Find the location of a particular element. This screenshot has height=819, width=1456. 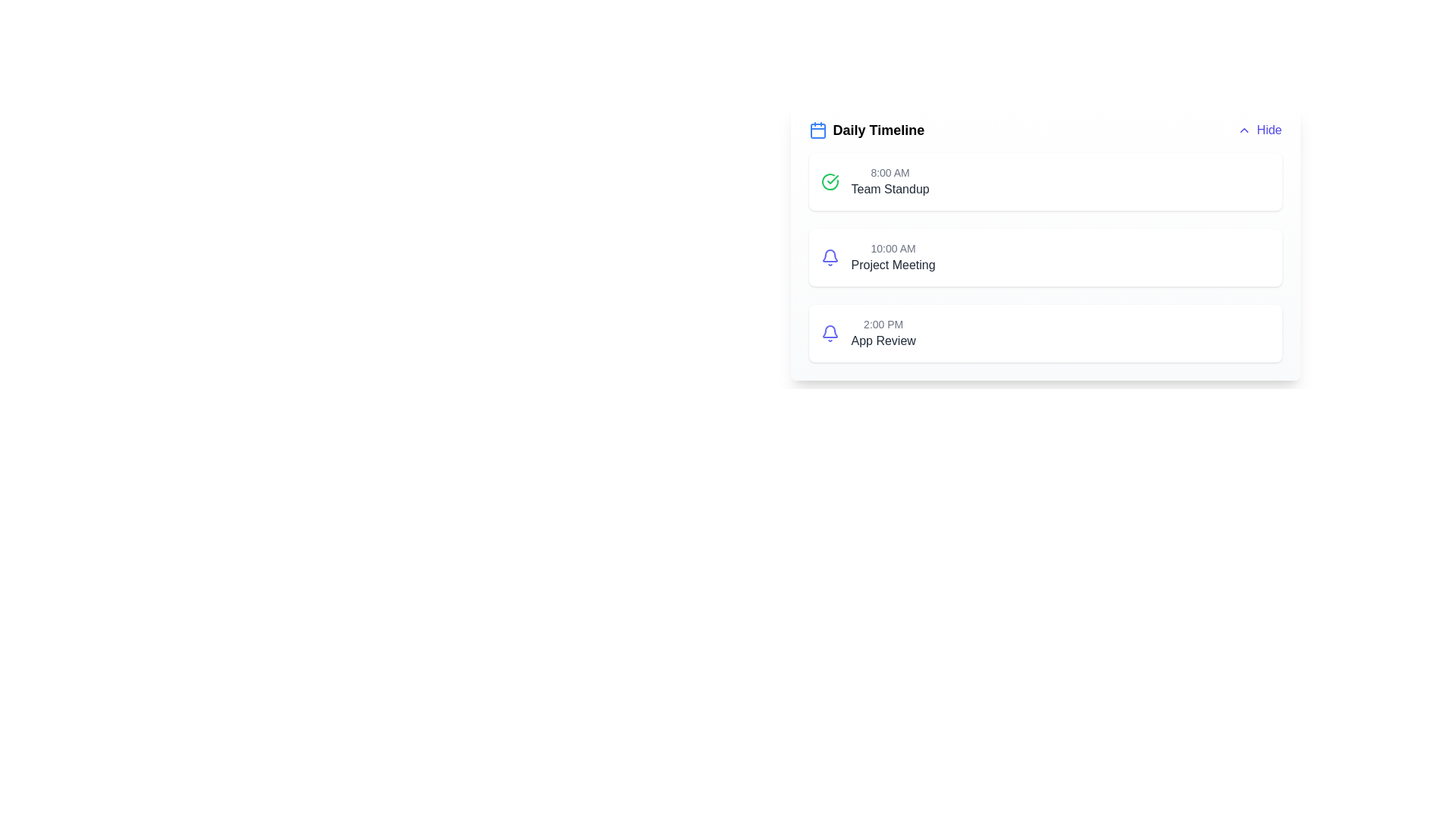

the 'Hide' button located at the top-right corner of the 'Daily Timeline' section is located at coordinates (1259, 130).